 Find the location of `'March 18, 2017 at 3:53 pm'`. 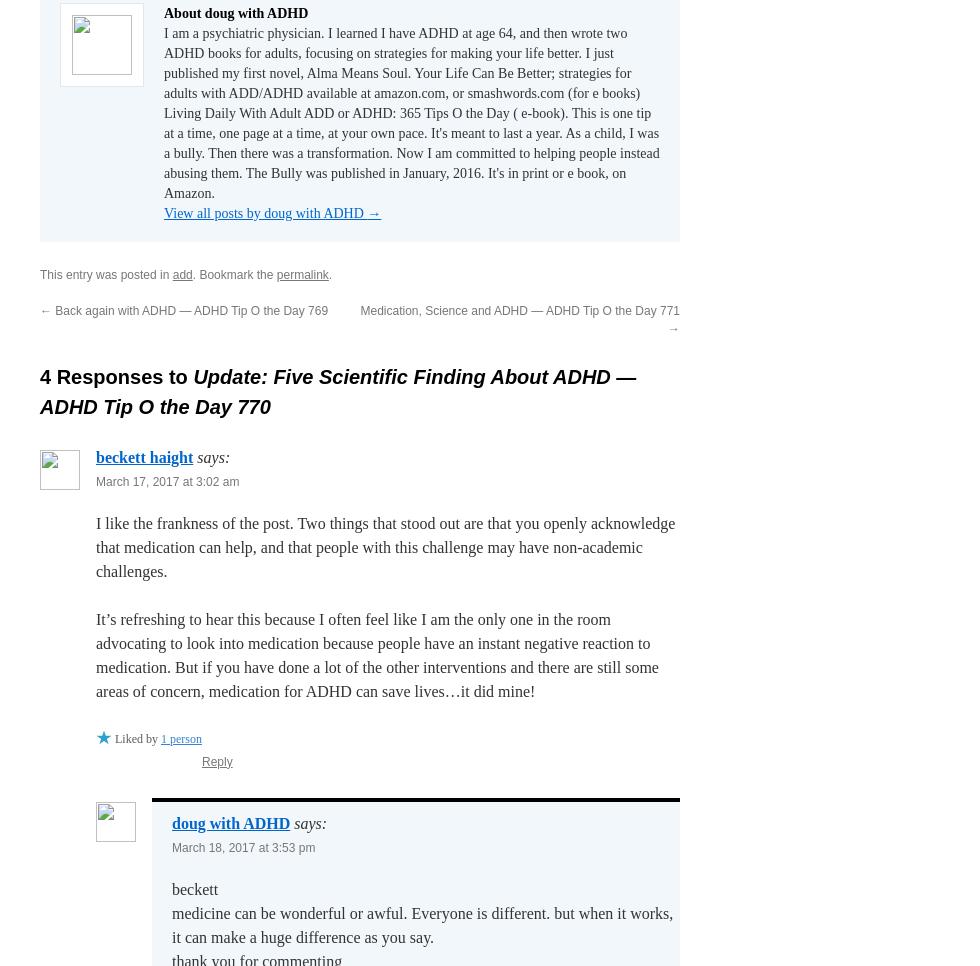

'March 18, 2017 at 3:53 pm' is located at coordinates (243, 845).